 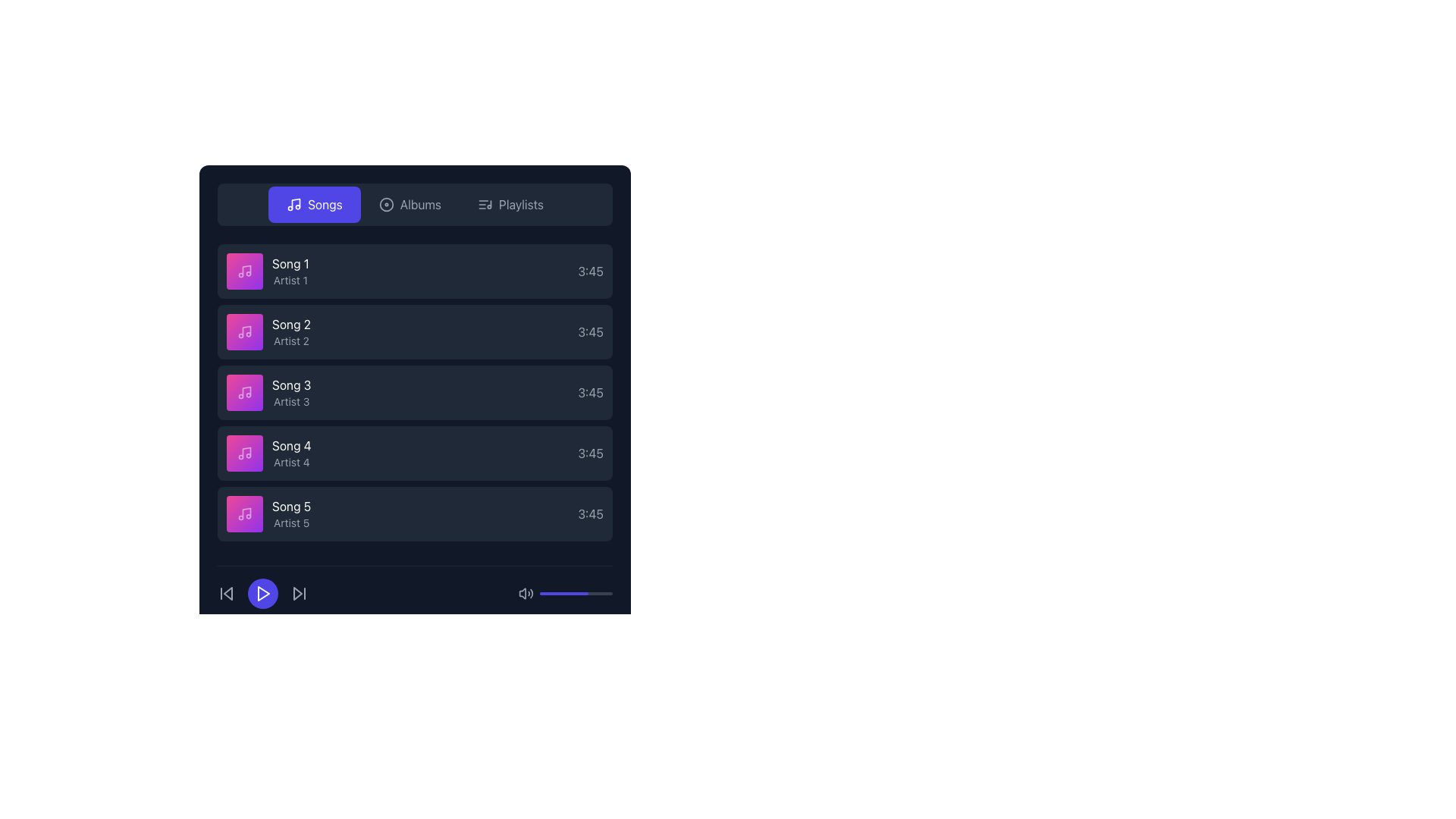 I want to click on the playback control bar located at the bottom of the interface, so click(x=415, y=593).